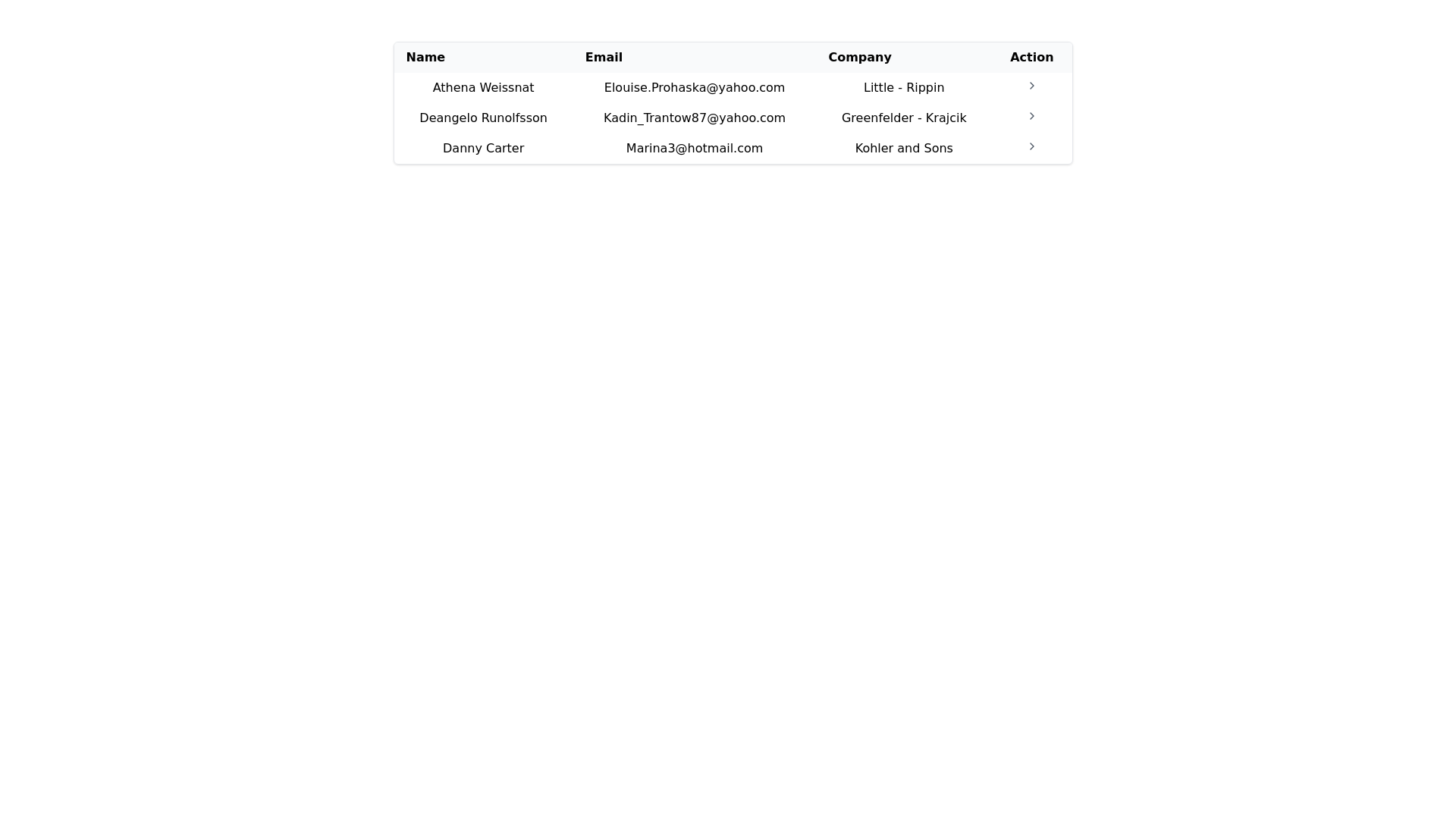 The image size is (1456, 819). What do you see at coordinates (904, 149) in the screenshot?
I see `the static text label displaying 'Kohler and Sons' in the 'Company' column of the last row of the table` at bounding box center [904, 149].